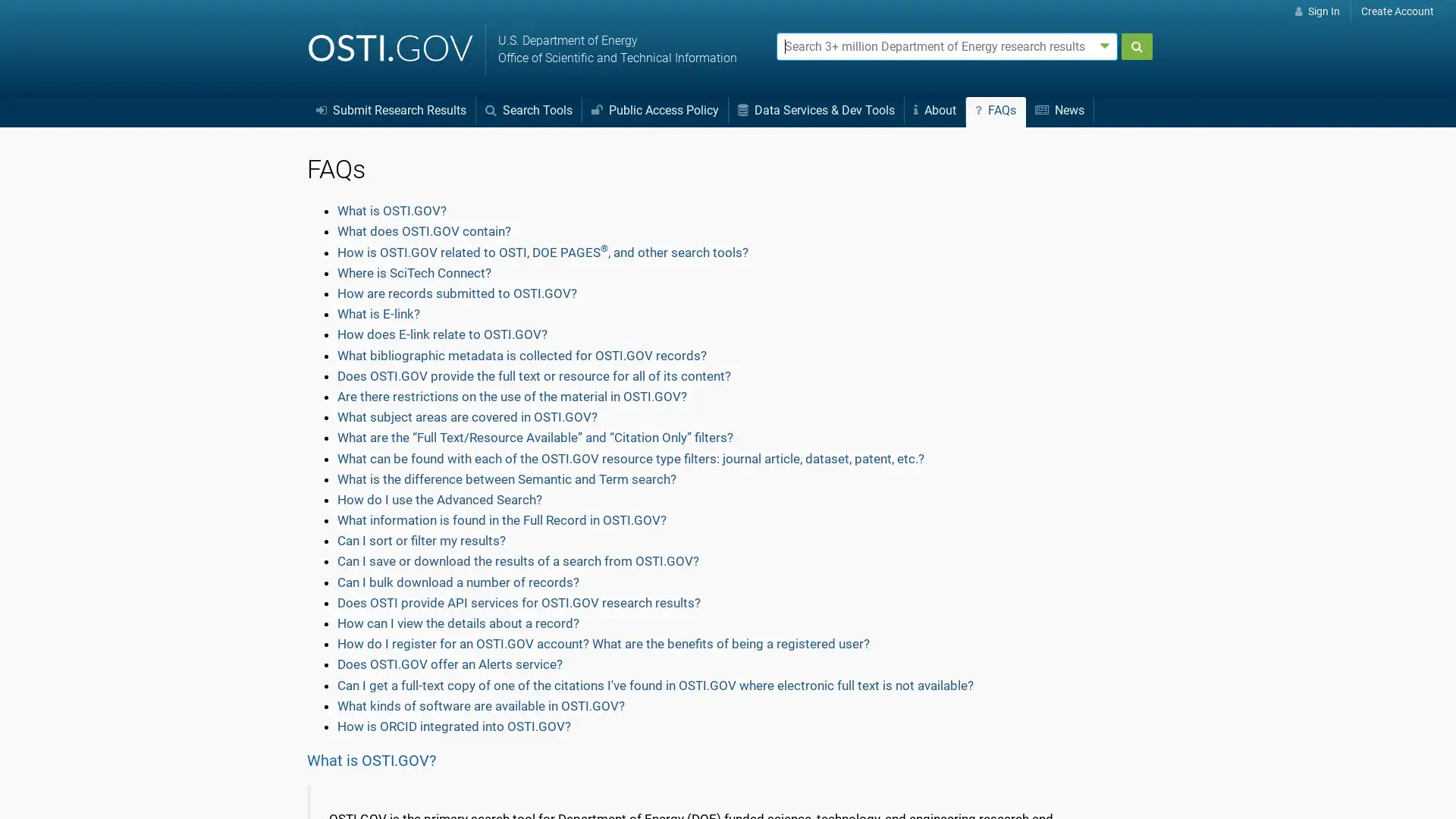 This screenshot has width=1456, height=819. I want to click on Advanced search options, so click(1105, 45).